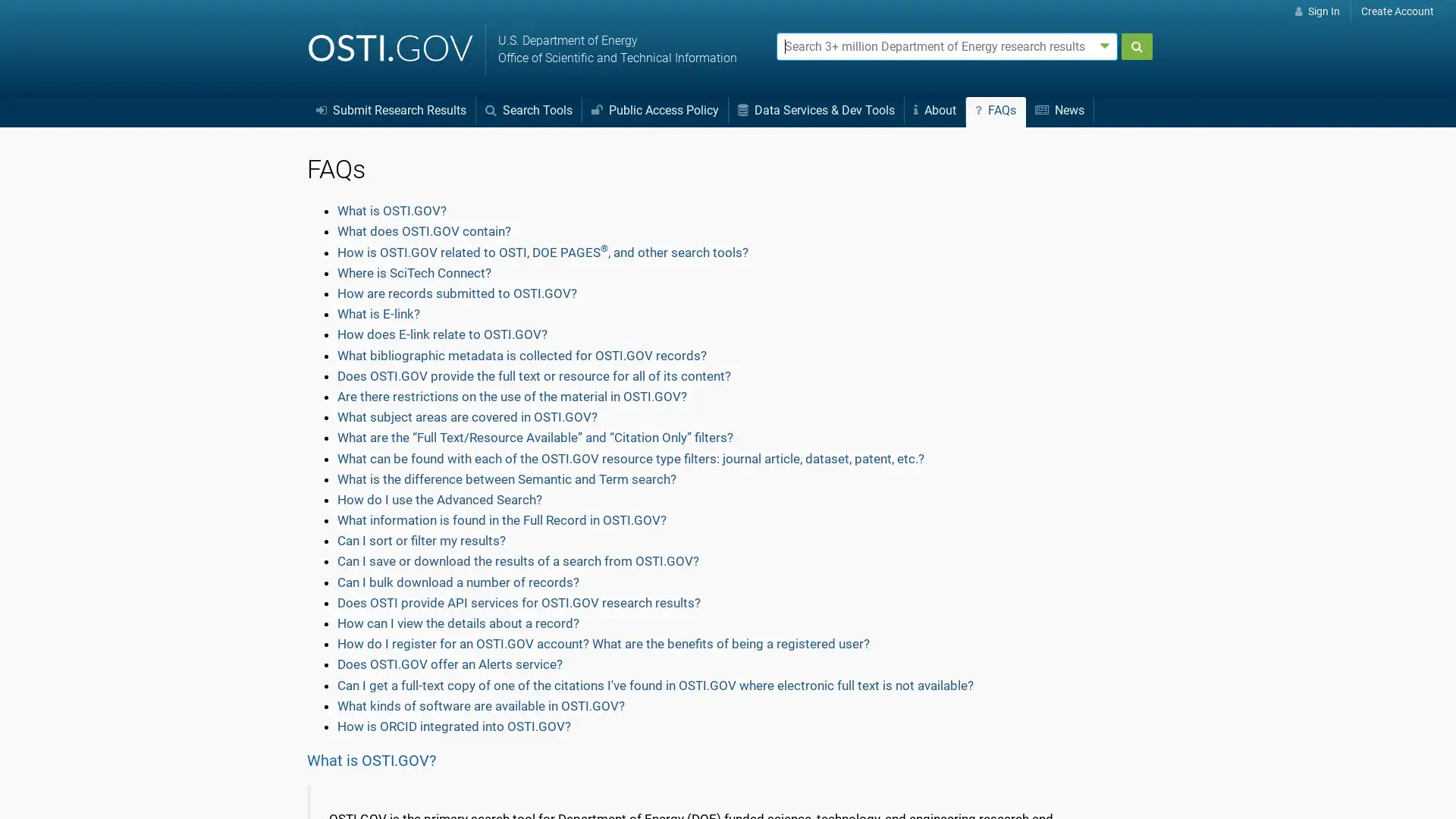 This screenshot has width=1456, height=819. I want to click on Advanced search options, so click(1105, 45).